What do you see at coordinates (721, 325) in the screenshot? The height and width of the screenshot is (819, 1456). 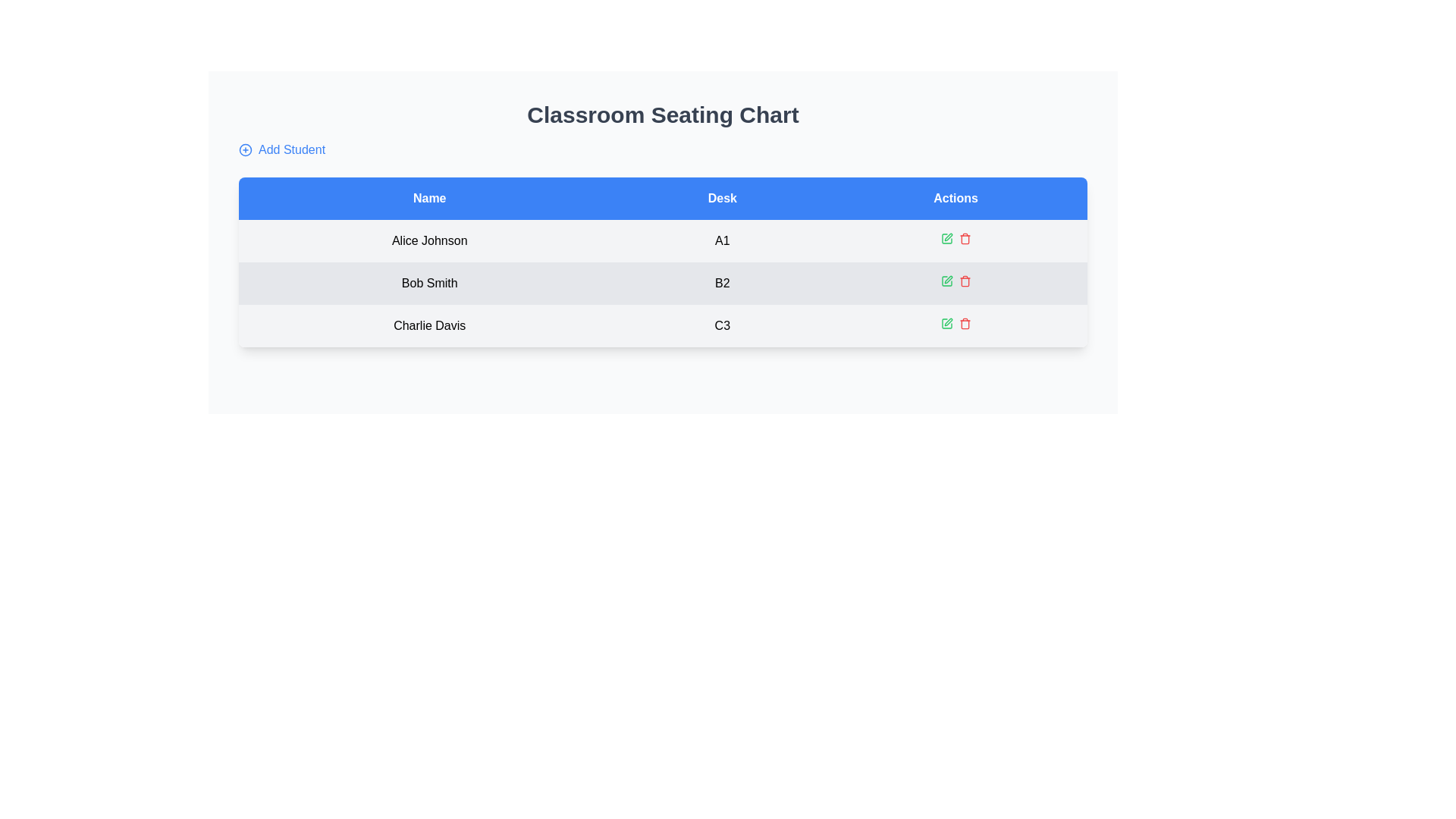 I see `the text label displaying 'C3' located in the second column of the third row of the table under the 'Desk' header, positioned between 'Charlie Davis' and the 'Actions' column` at bounding box center [721, 325].